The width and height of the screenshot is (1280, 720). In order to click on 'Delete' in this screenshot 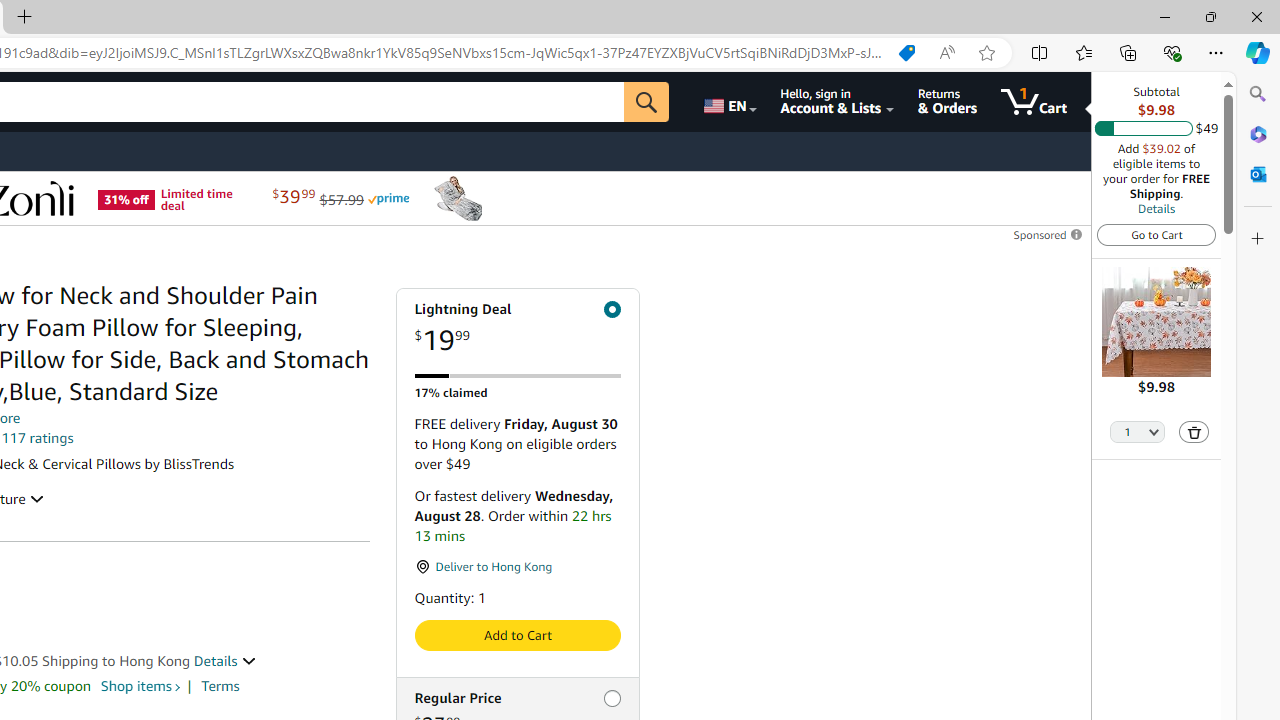, I will do `click(1194, 430)`.